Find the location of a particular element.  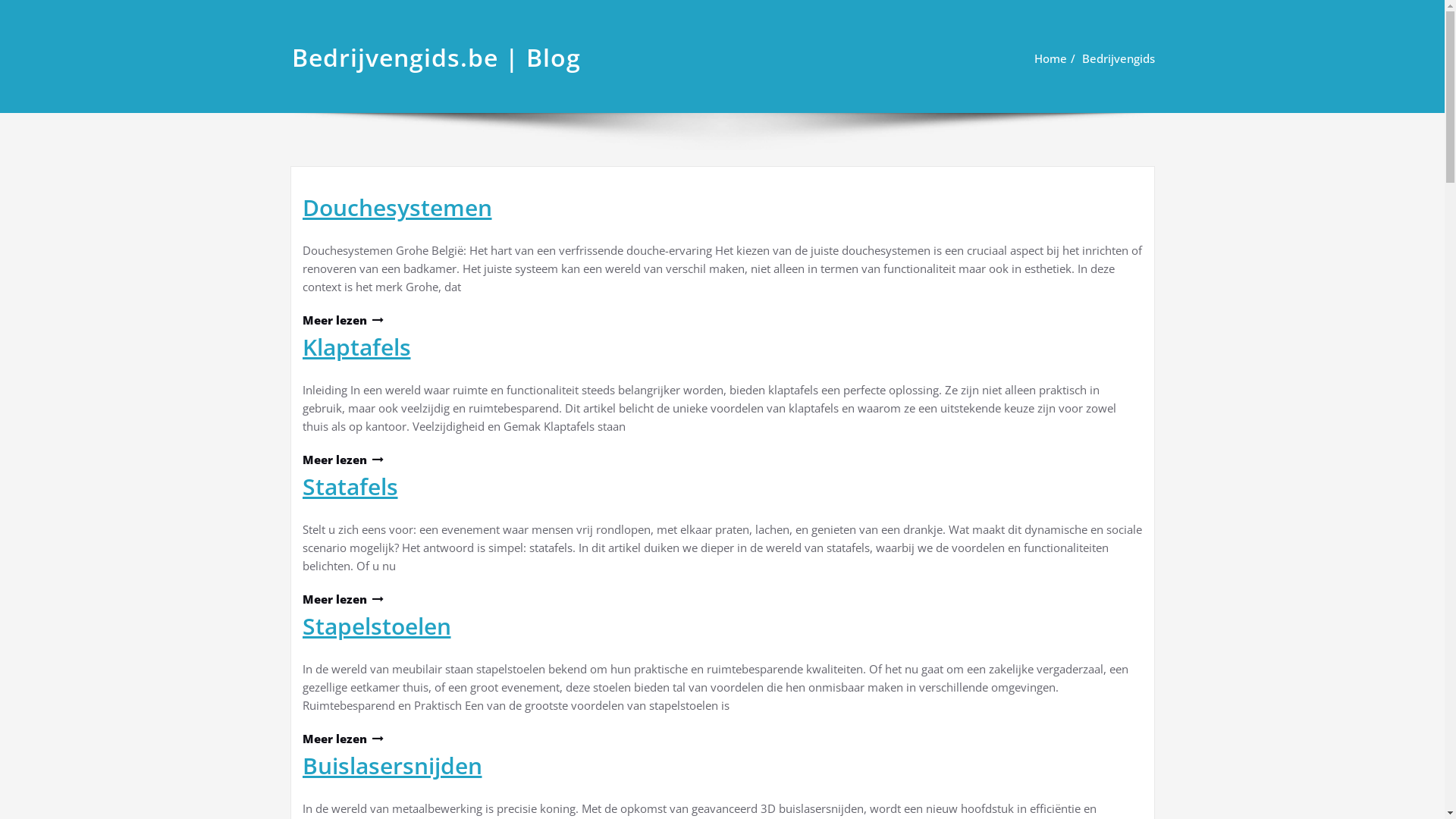

'Buislasersnijden' is located at coordinates (391, 765).